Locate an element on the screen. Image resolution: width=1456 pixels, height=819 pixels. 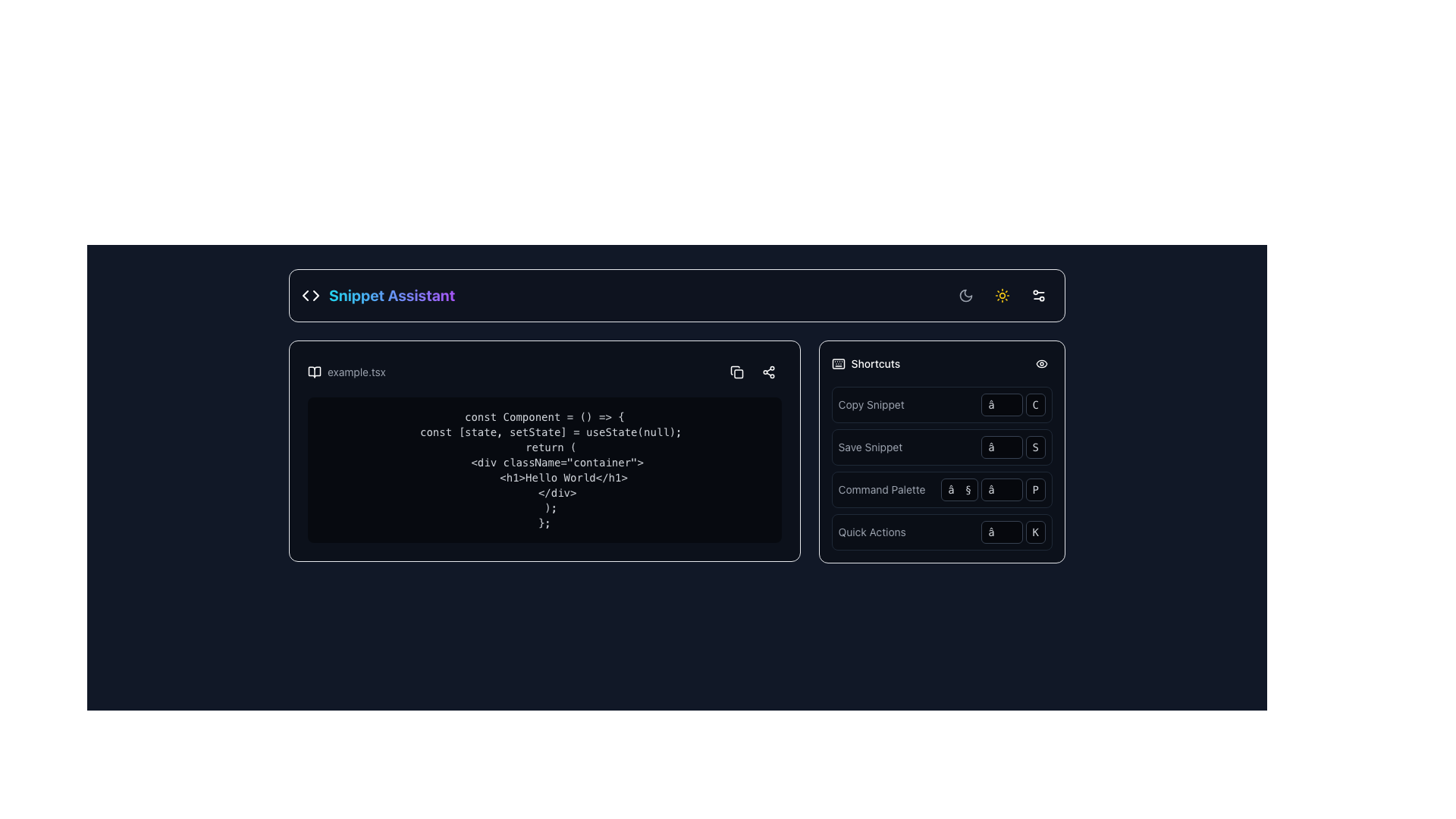
the second button in the horizontal group of buttons at the top right of the interface to share the content is located at coordinates (768, 372).